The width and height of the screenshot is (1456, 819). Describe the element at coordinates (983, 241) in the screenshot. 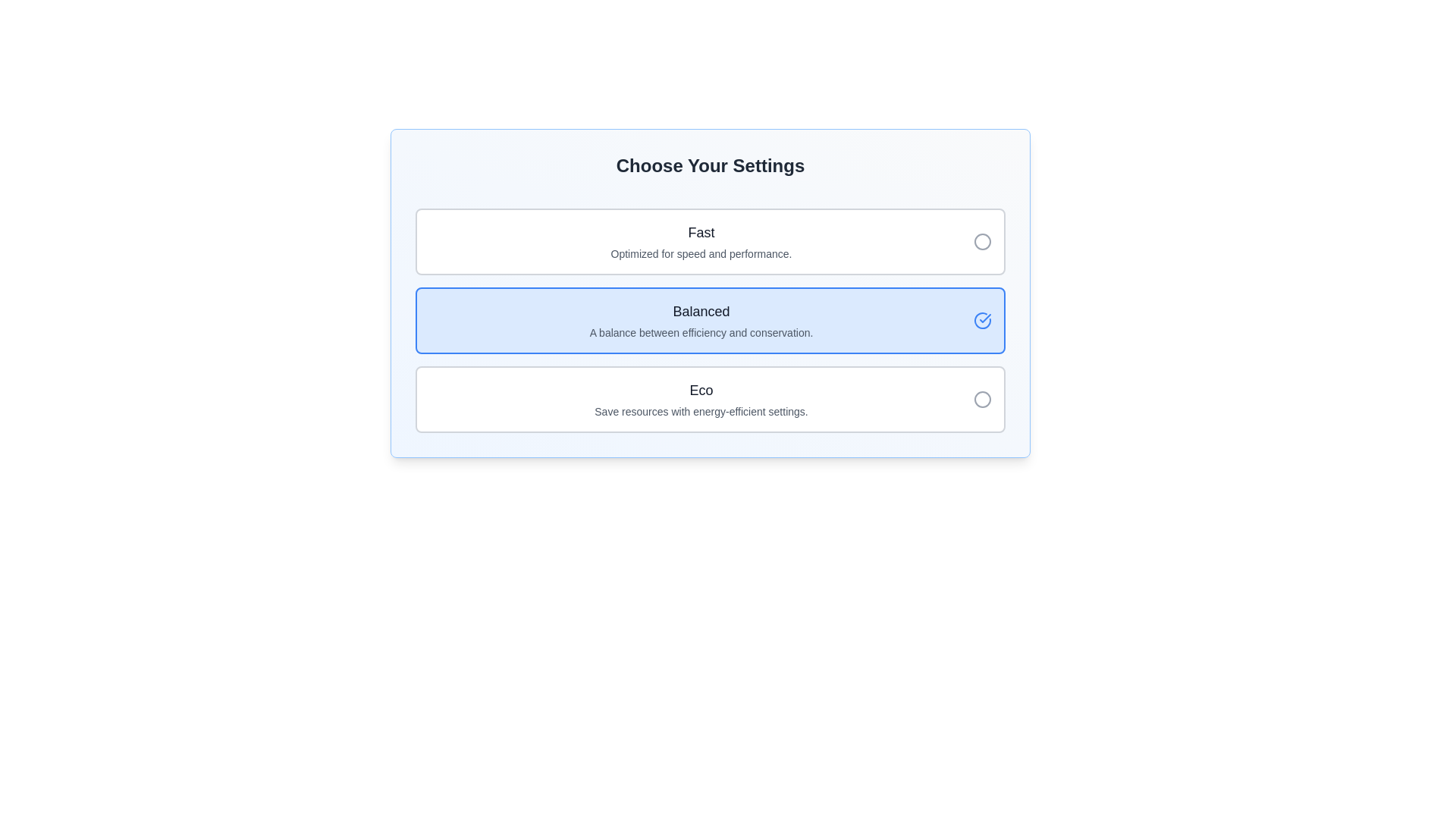

I see `the Circle representing the non-selected state in the 'Fast' option row, located at the far right of the row` at that location.